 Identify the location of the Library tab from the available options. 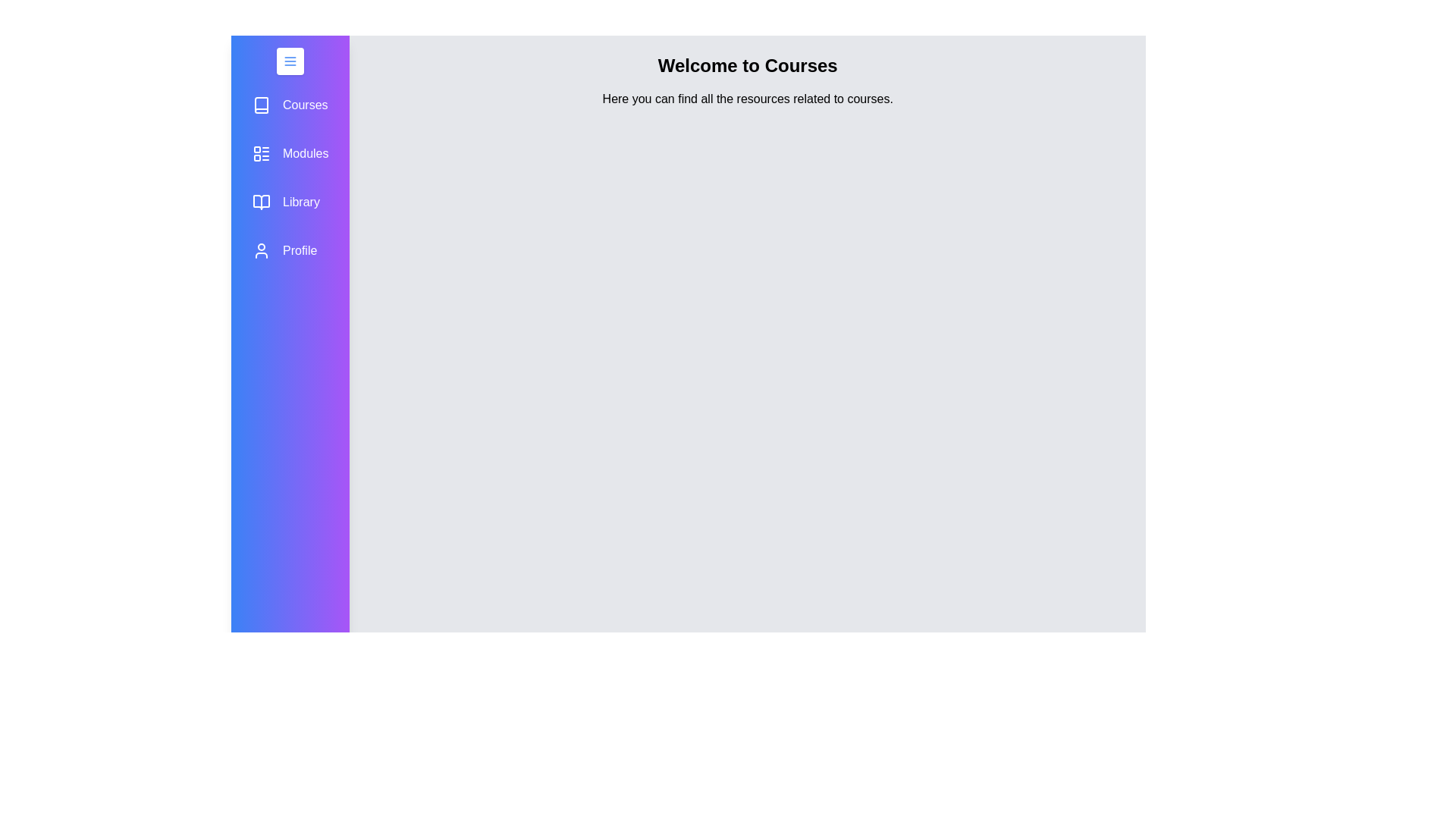
(290, 201).